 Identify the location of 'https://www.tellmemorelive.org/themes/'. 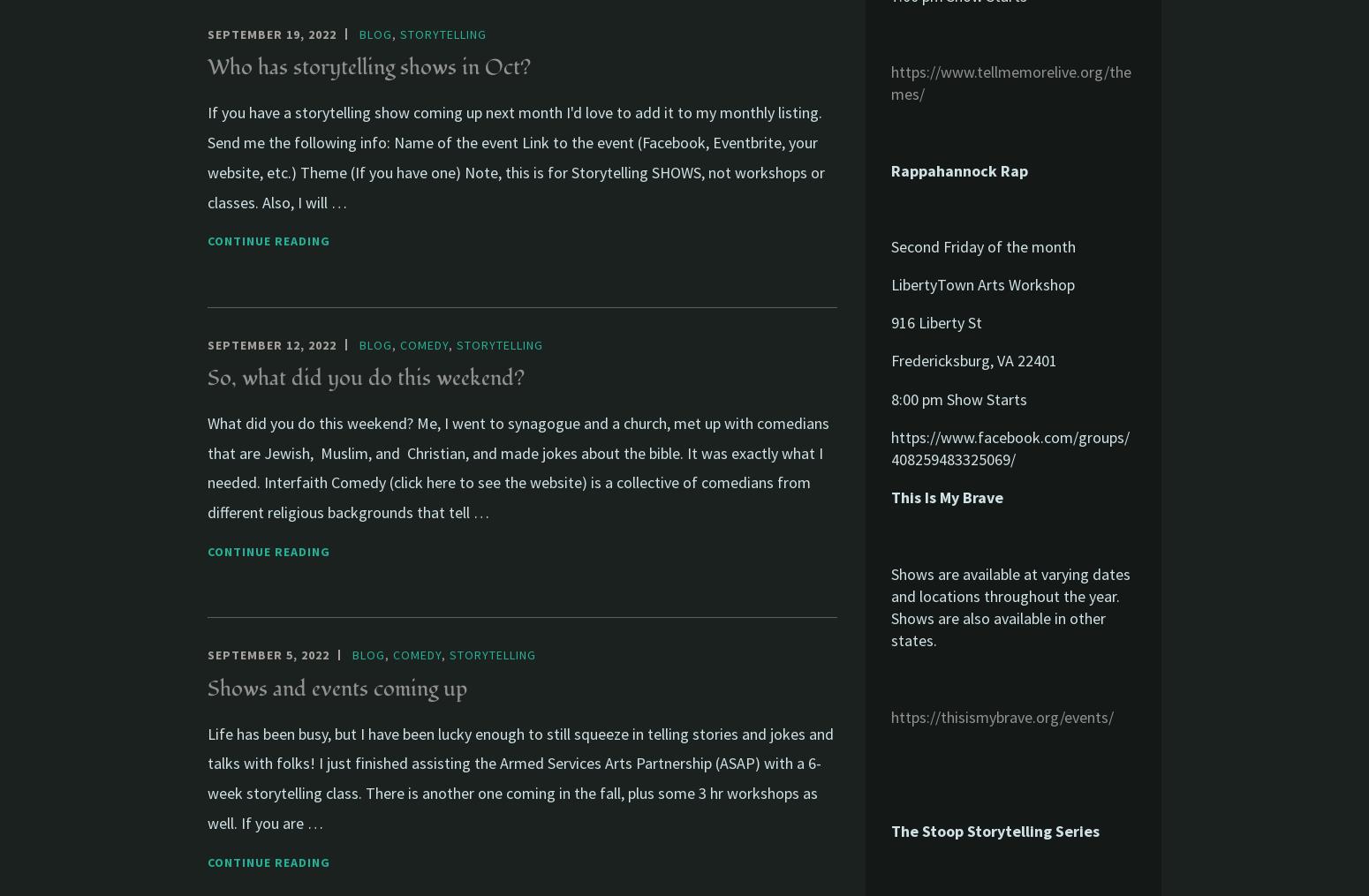
(1010, 82).